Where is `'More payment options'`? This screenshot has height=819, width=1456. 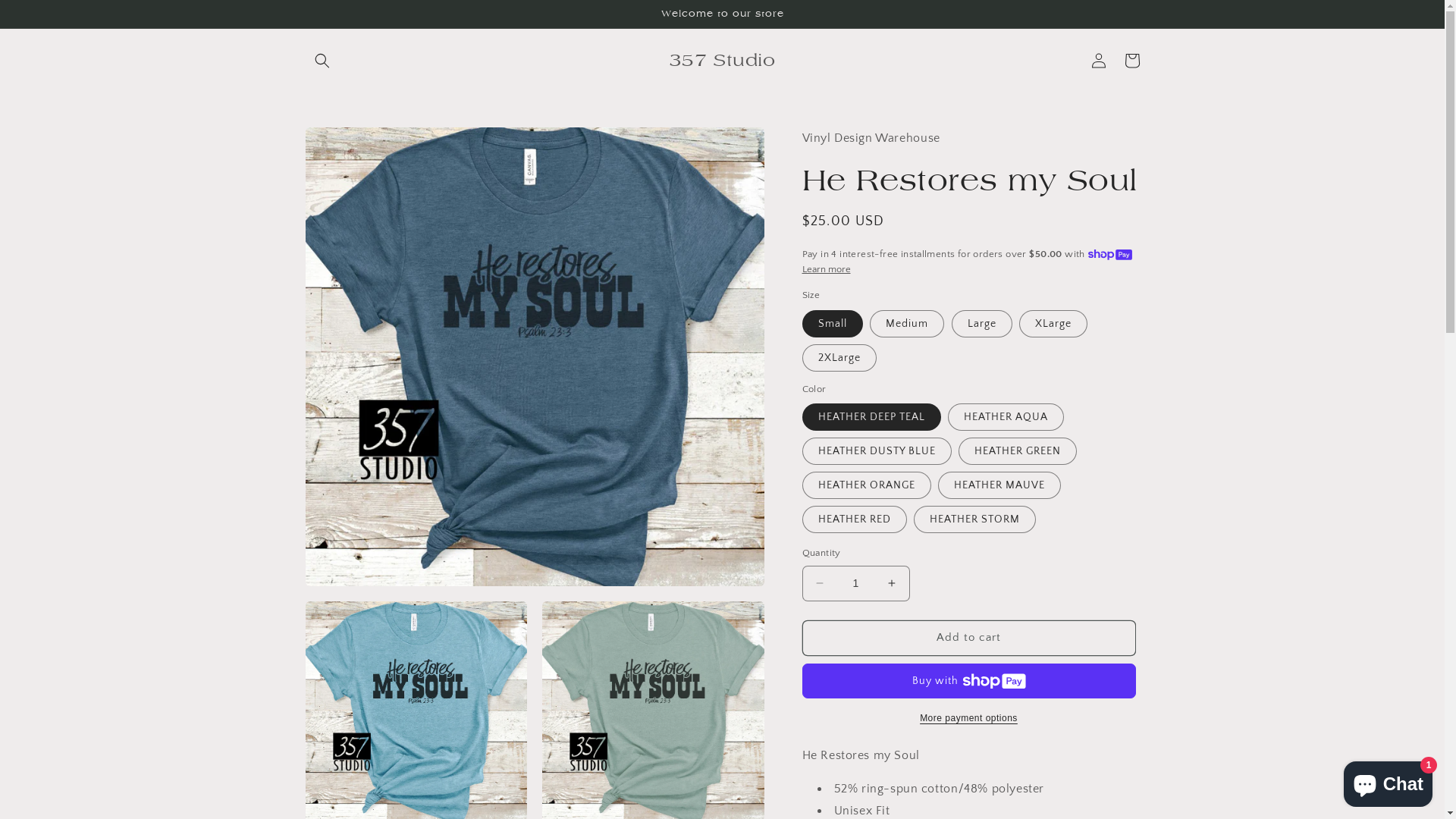 'More payment options' is located at coordinates (968, 717).